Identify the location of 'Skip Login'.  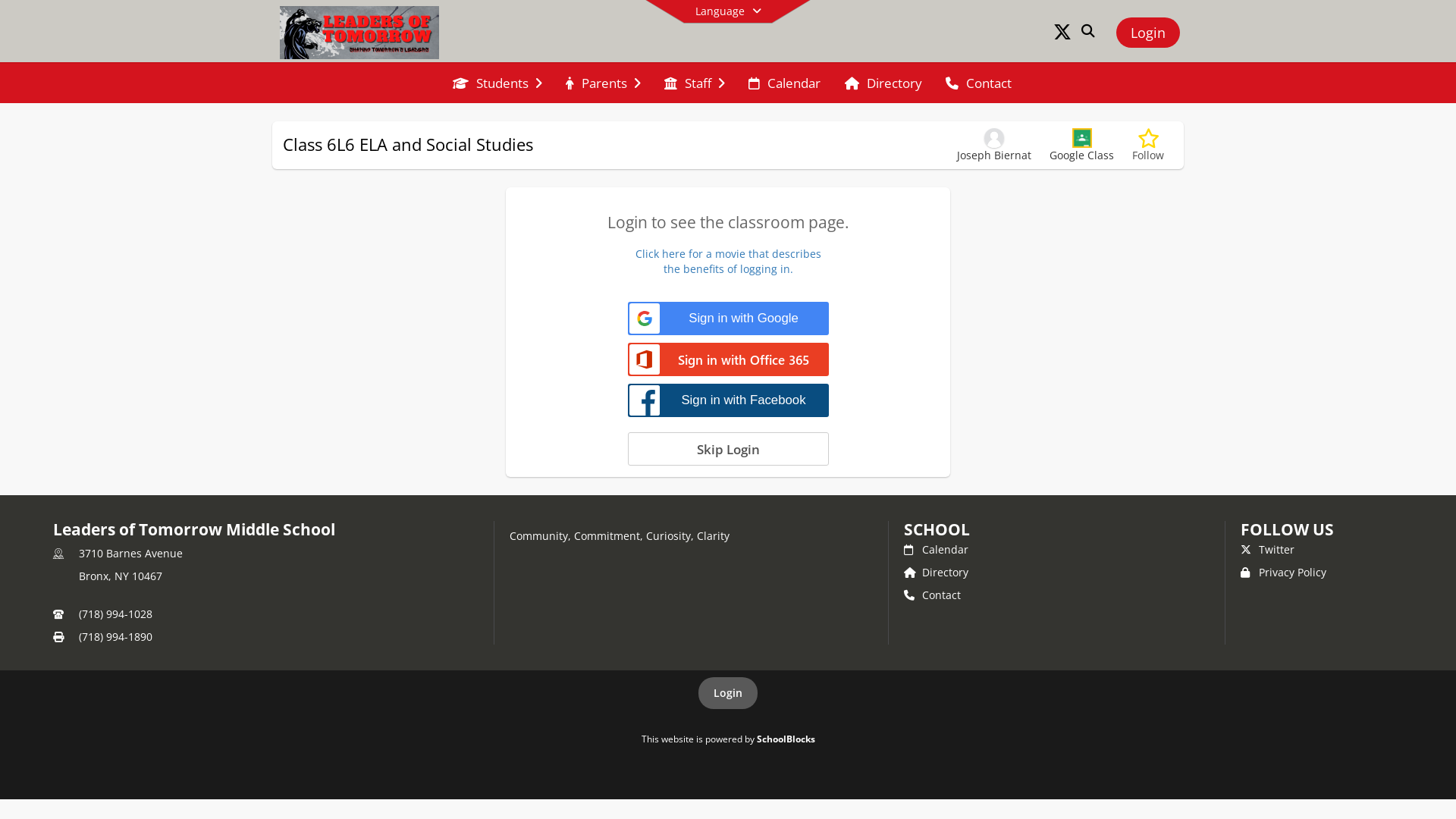
(728, 447).